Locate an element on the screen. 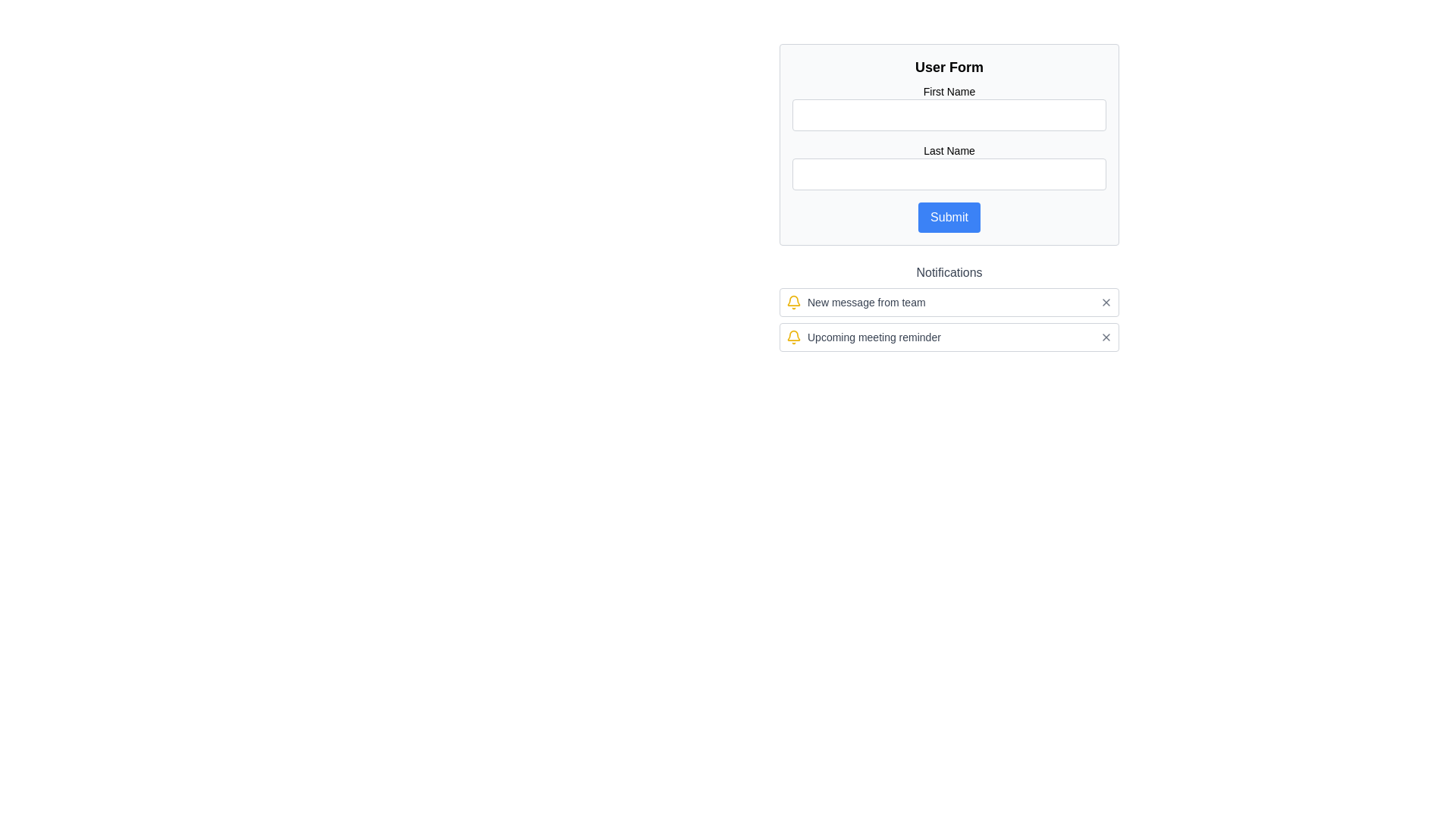  the Text label that informs the user about a new message received from the team, located in the notifications list under the 'Notifications' heading, to the right of the yellow bell icon is located at coordinates (866, 302).